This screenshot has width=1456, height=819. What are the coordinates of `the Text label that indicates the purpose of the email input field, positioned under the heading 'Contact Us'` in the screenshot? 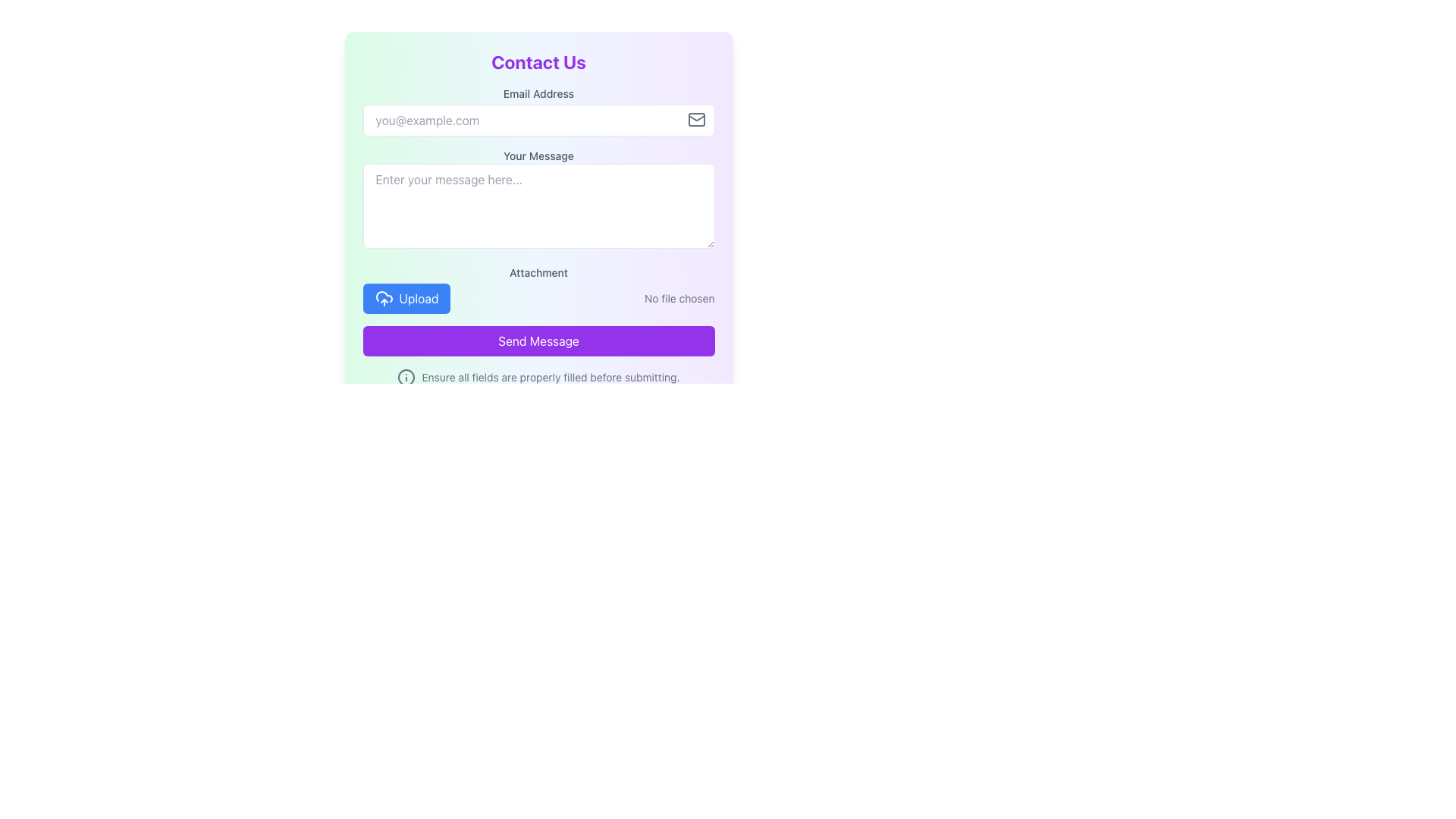 It's located at (538, 93).